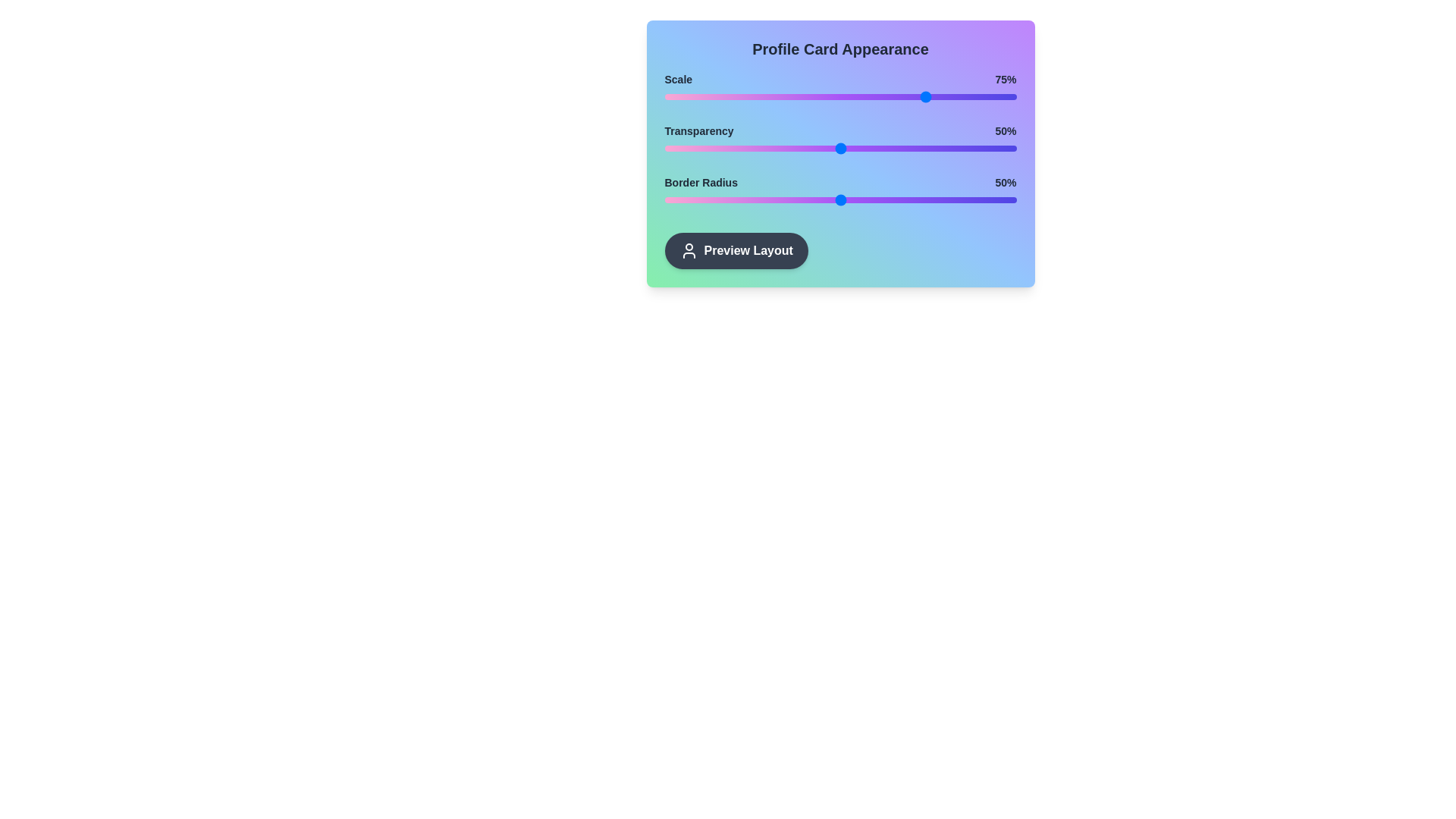 The height and width of the screenshot is (819, 1456). What do you see at coordinates (688, 250) in the screenshot?
I see `the user icon, which is a minimalistic circular head and shoulder design` at bounding box center [688, 250].